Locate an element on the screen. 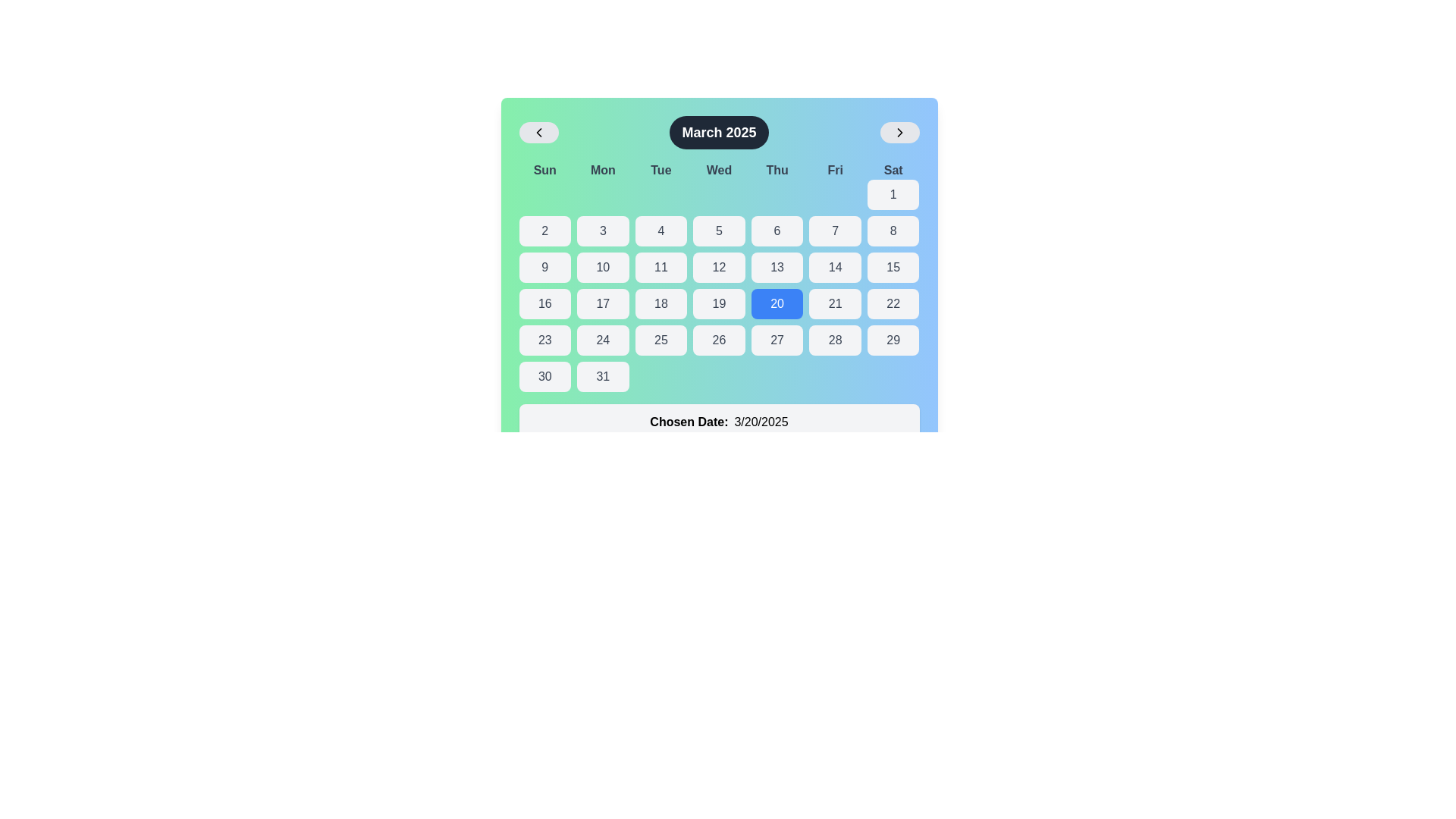  the text label displaying 'Mon', which is positioned as the second column in a seven-column grid of day abbreviations, located near the top-left corner of the interface is located at coordinates (602, 170).